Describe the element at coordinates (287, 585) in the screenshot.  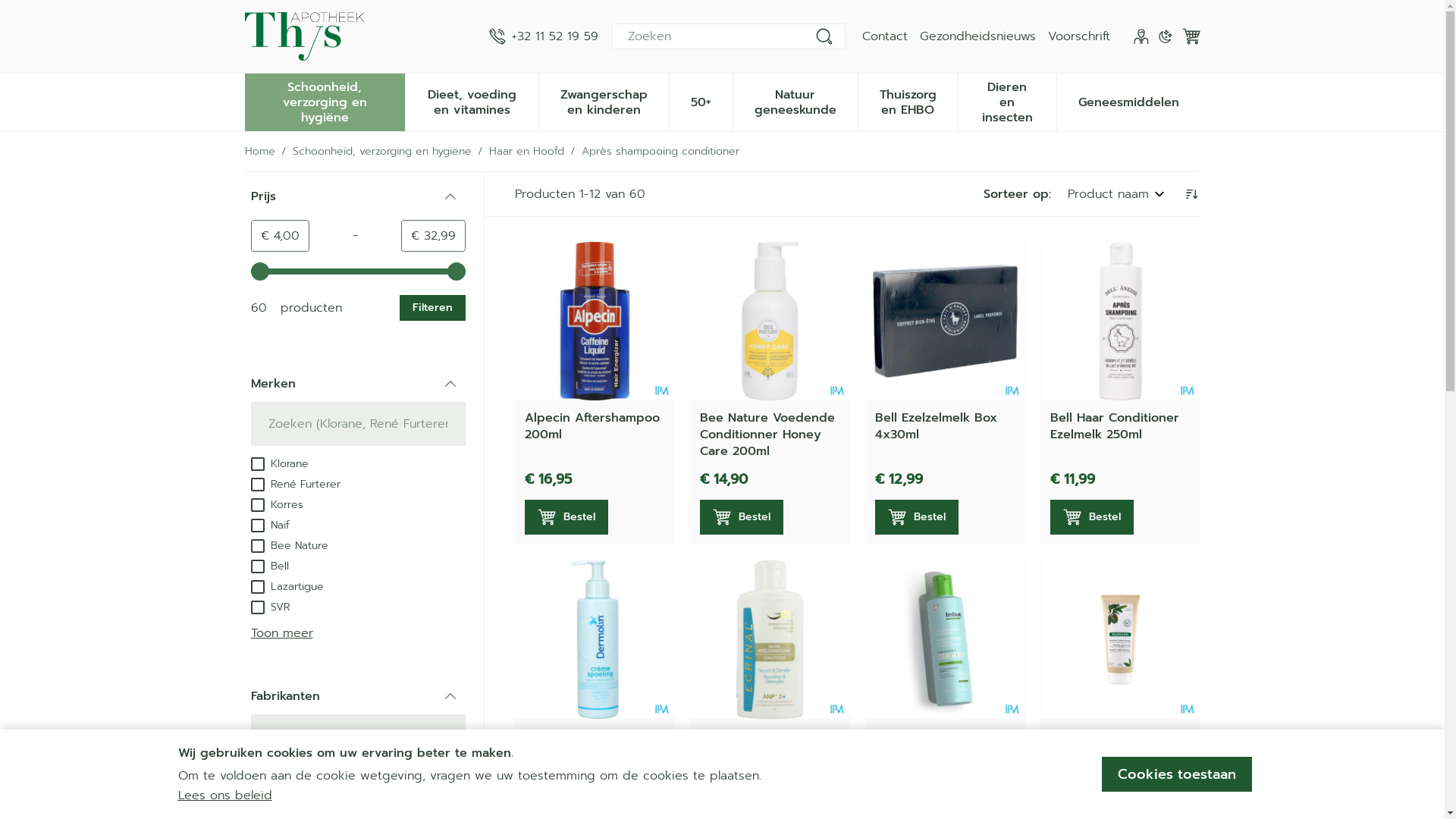
I see `'Lazartigue'` at that location.